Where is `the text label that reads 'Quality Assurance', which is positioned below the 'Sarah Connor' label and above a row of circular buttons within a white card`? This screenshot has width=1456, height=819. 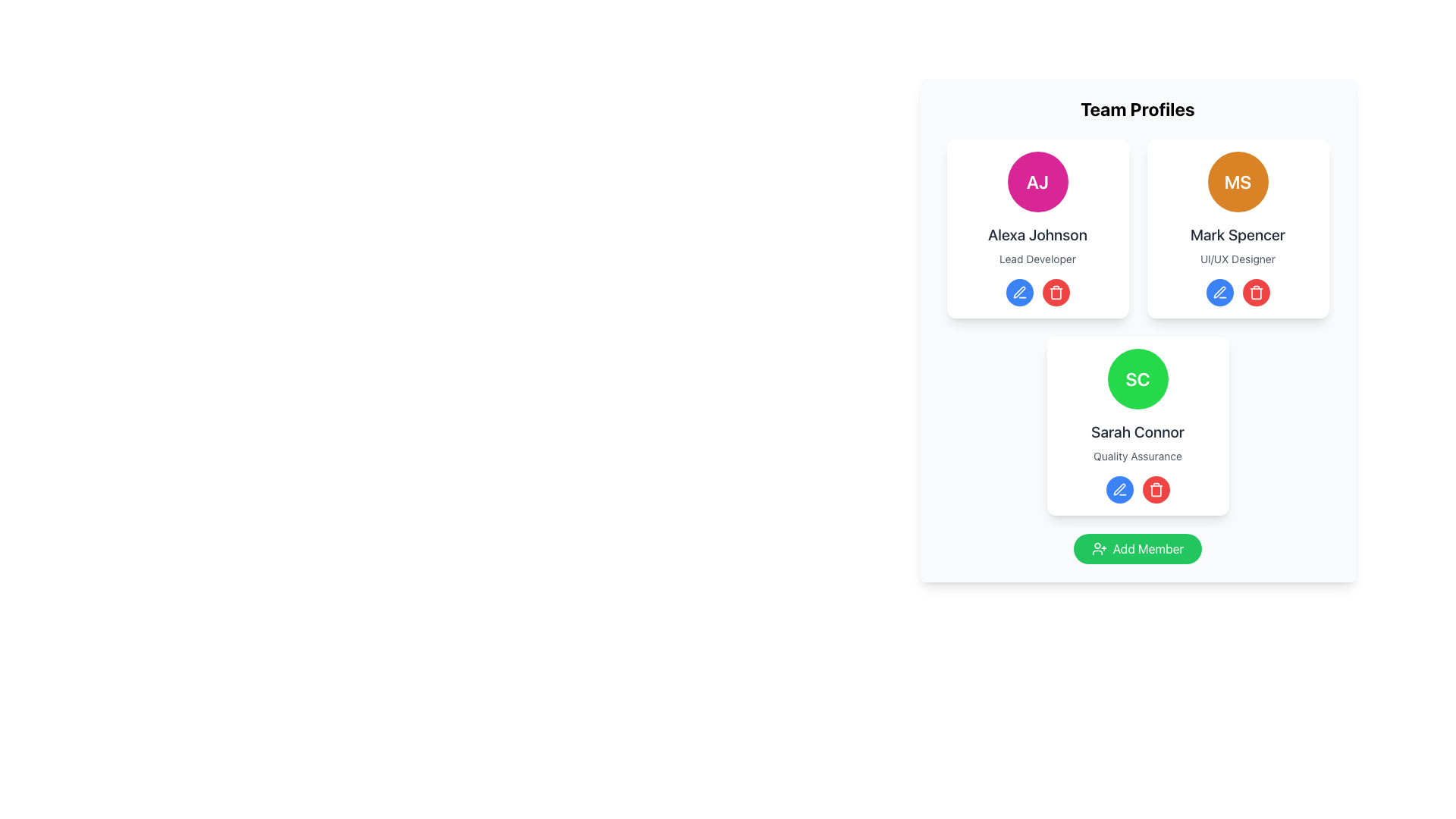 the text label that reads 'Quality Assurance', which is positioned below the 'Sarah Connor' label and above a row of circular buttons within a white card is located at coordinates (1137, 455).